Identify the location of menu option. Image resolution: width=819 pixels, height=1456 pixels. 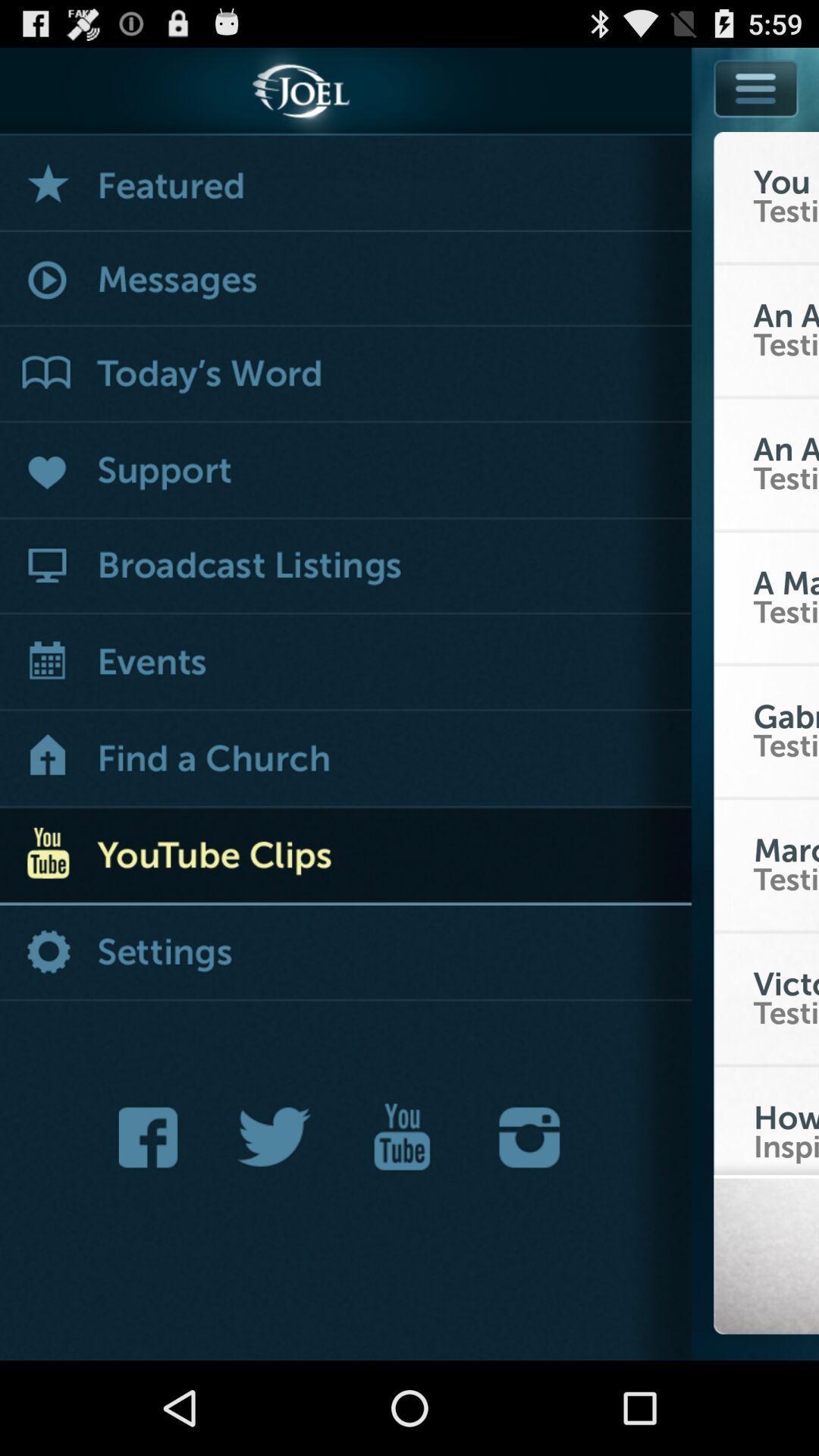
(756, 87).